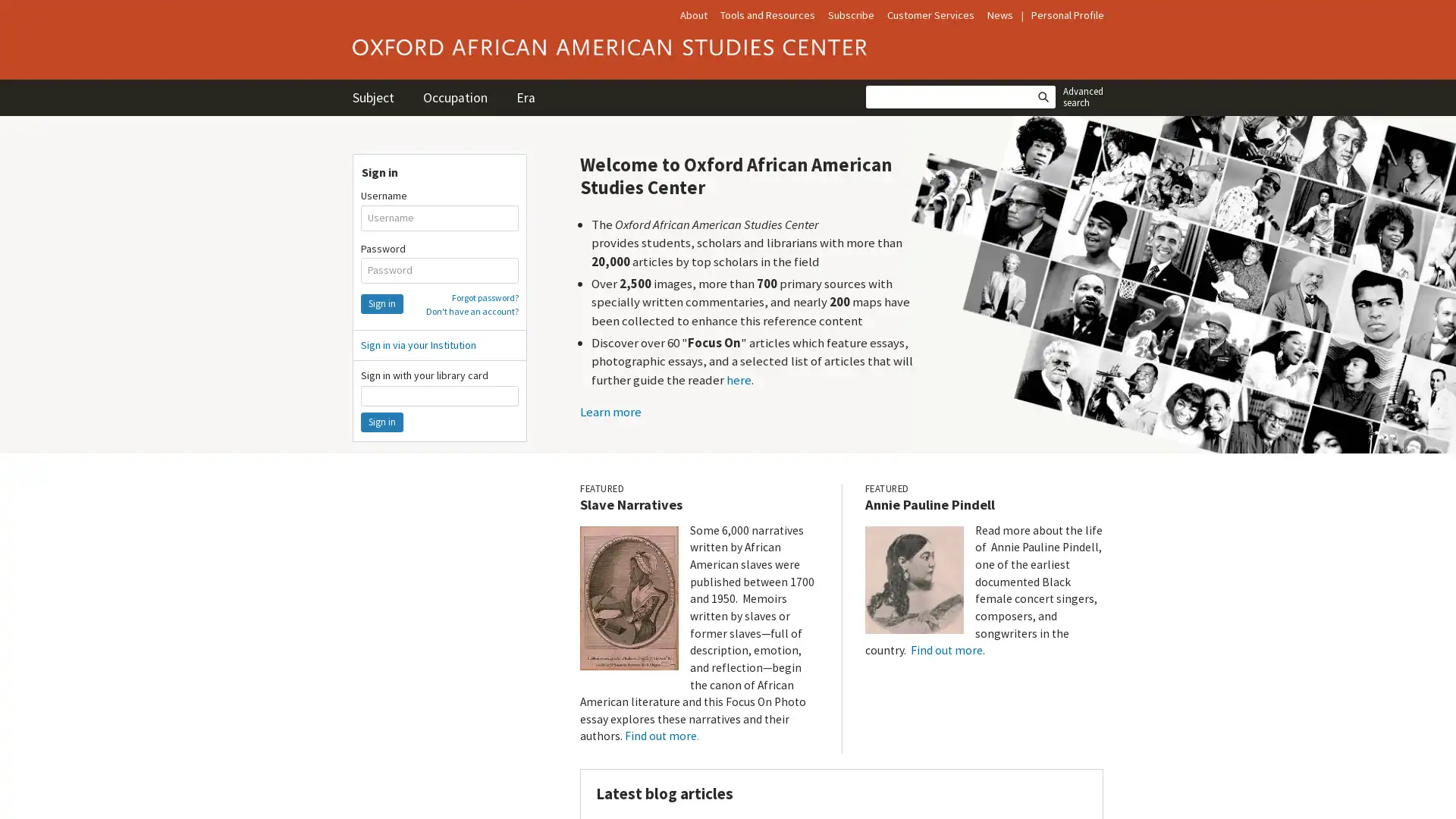 The image size is (1456, 819). Describe the element at coordinates (372, 97) in the screenshot. I see `Subject` at that location.